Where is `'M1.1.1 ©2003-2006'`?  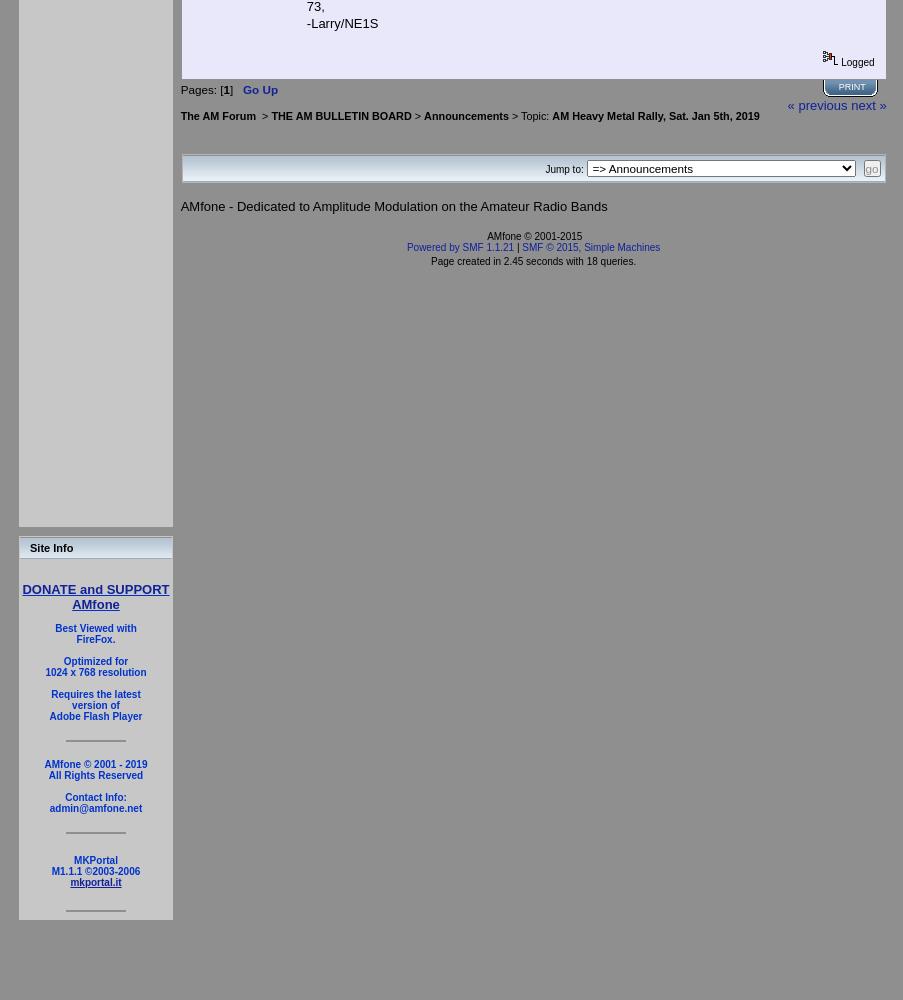 'M1.1.1 ©2003-2006' is located at coordinates (95, 870).